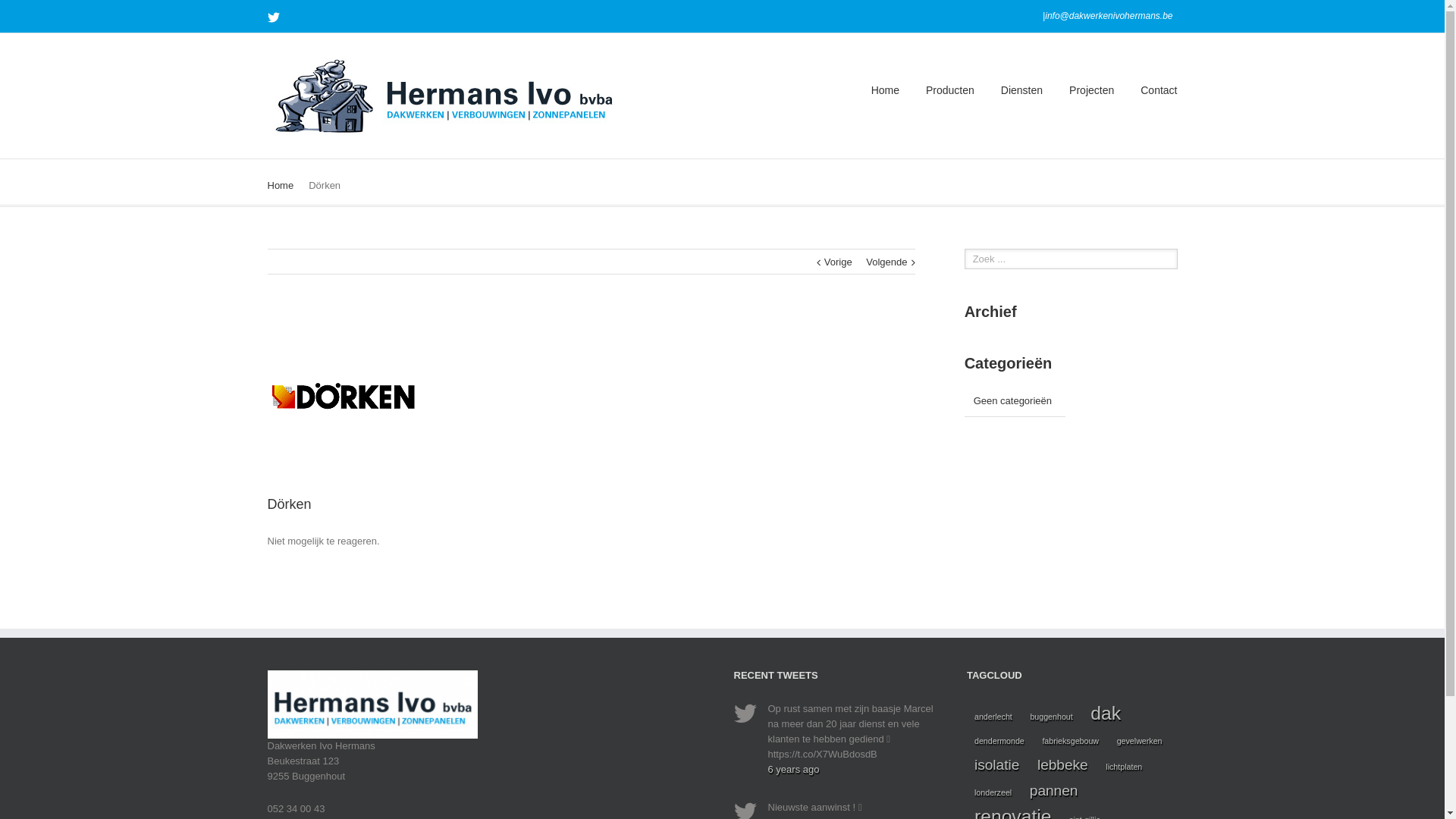 Image resolution: width=1456 pixels, height=819 pixels. What do you see at coordinates (1139, 739) in the screenshot?
I see `'gevelwerken'` at bounding box center [1139, 739].